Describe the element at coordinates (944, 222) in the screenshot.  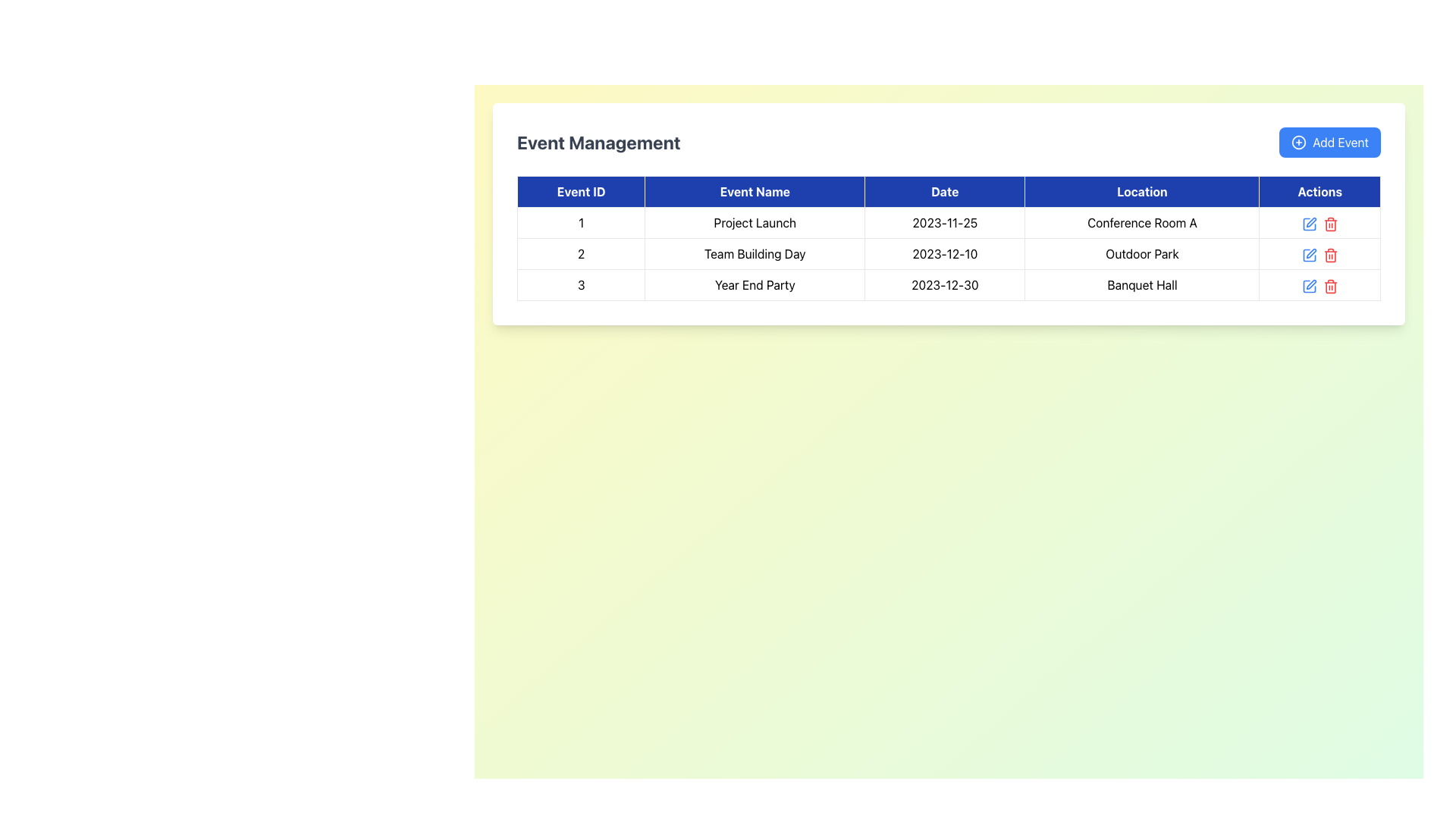
I see `date displayed in the text label showing '2023-11-25' under the 'Date' column for the 'Project Launch' row` at that location.